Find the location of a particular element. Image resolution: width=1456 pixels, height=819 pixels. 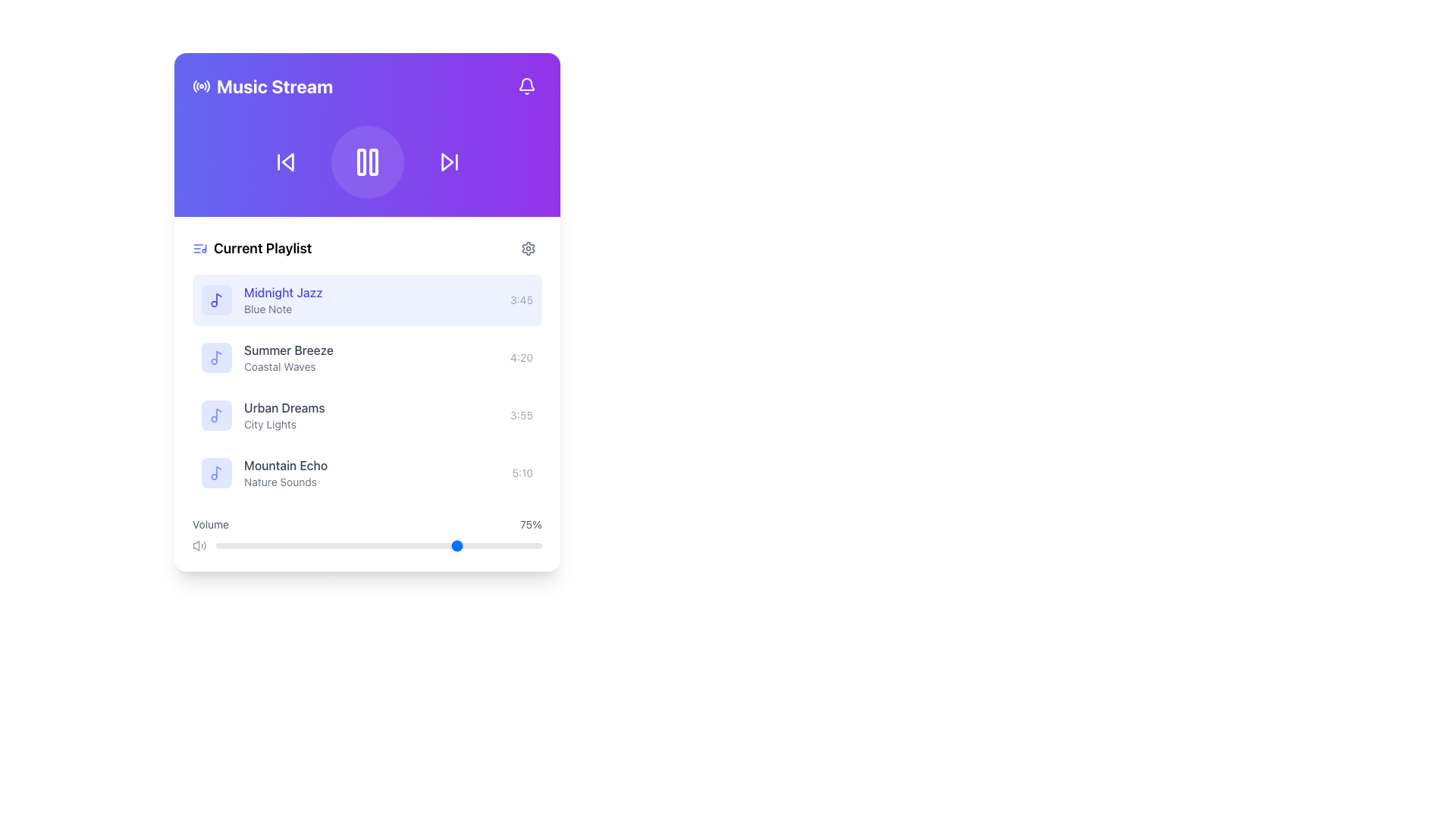

the 'Volume' slider control, which is visually represented with a blue knob at the 75% position and labeled accordingly, to receive additional visual feedback is located at coordinates (367, 534).